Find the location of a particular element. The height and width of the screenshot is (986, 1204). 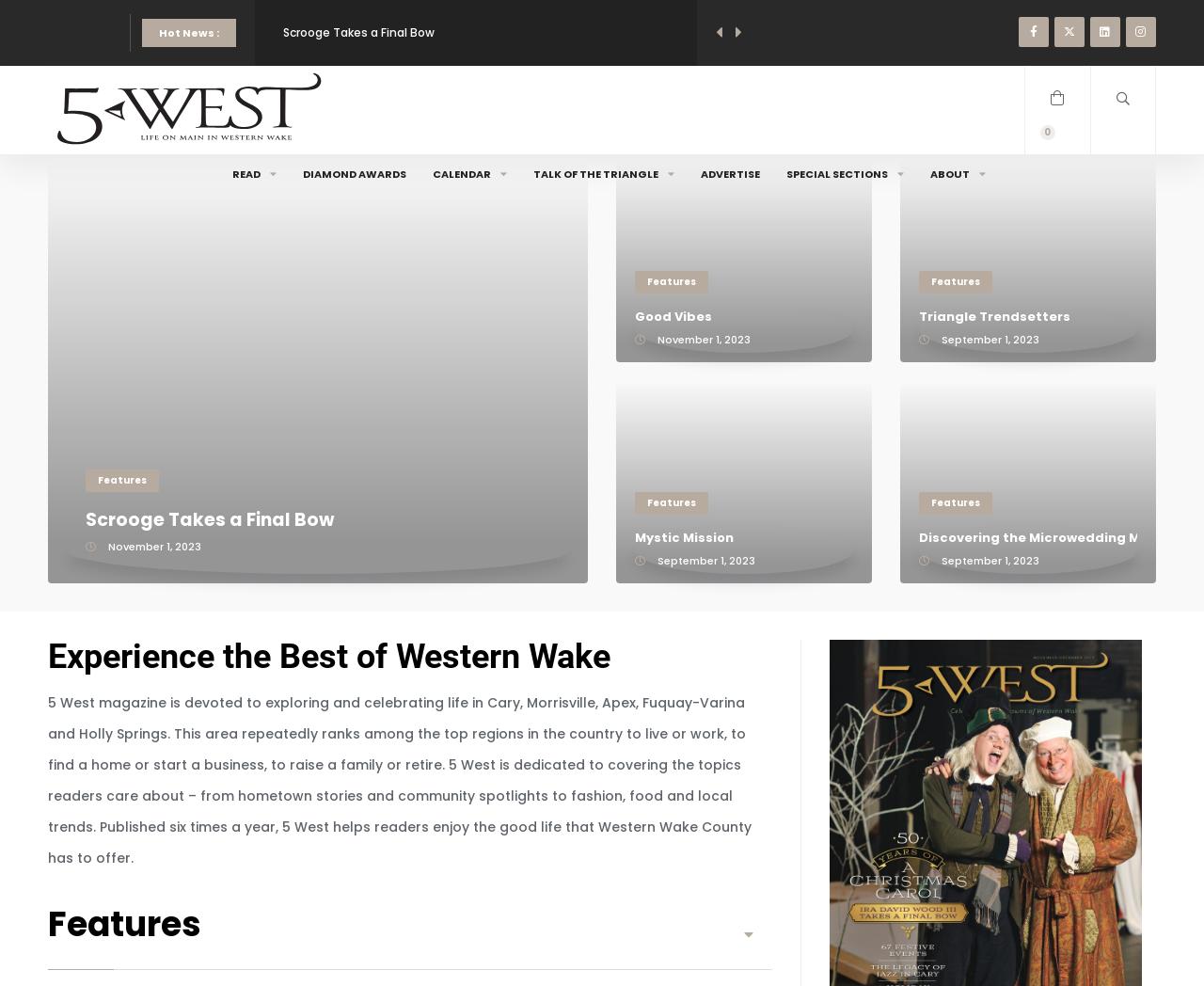

'Search' is located at coordinates (1088, 177).